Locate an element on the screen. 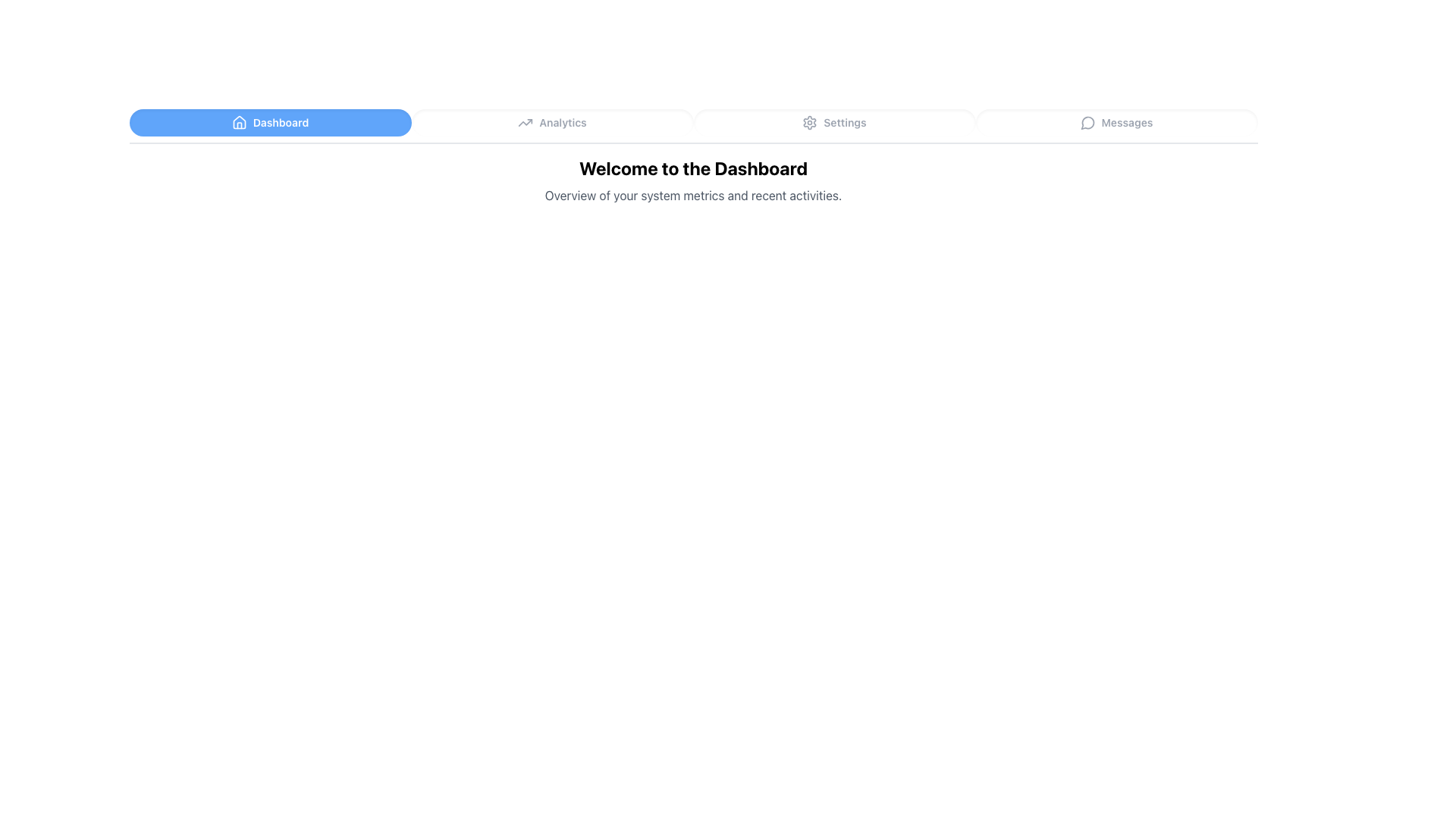  the navigational button located to the left of the 'Analytics' button is located at coordinates (270, 122).